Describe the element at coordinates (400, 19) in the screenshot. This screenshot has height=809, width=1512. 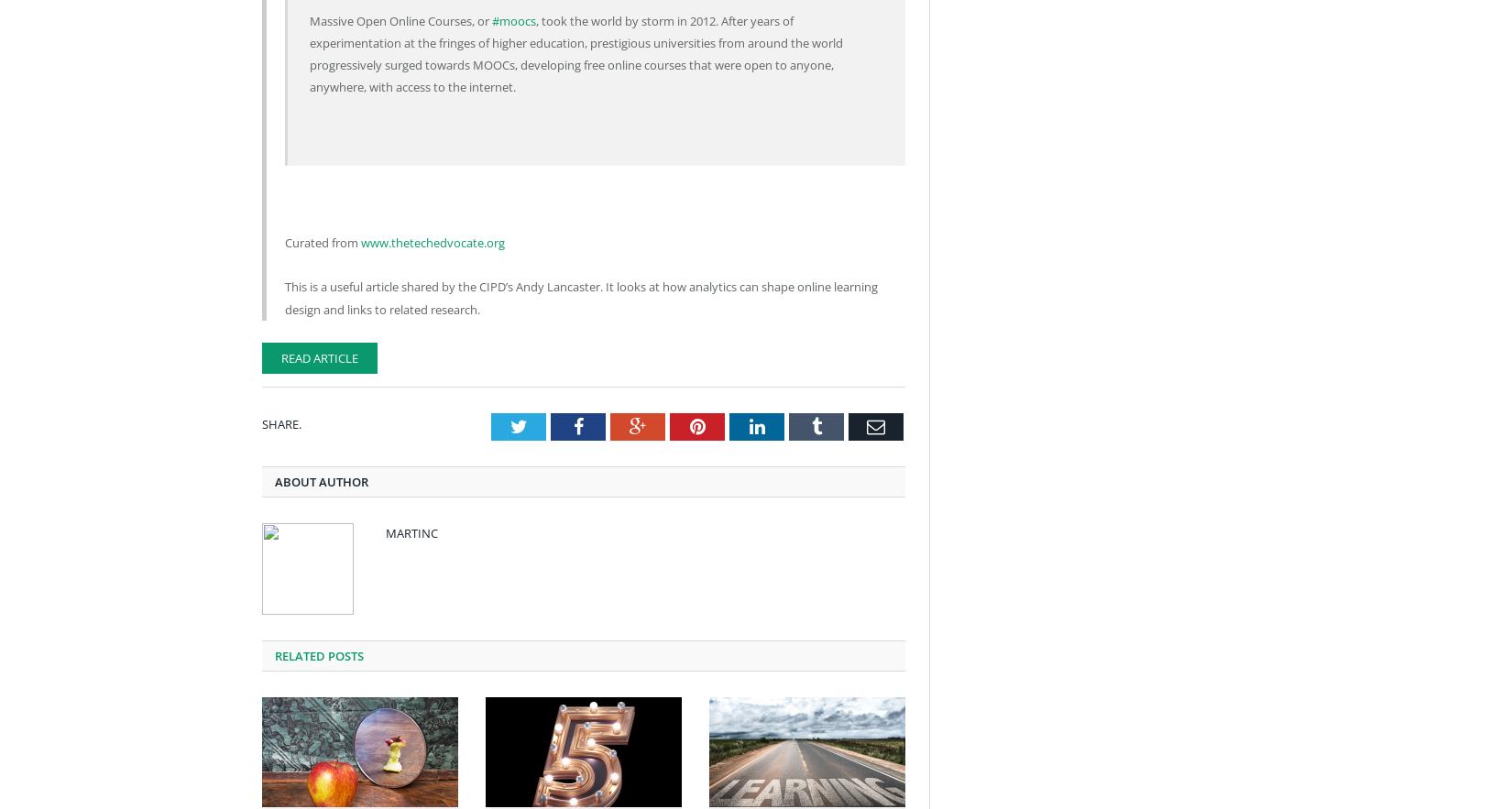
I see `'Massive Open Online Courses, or'` at that location.